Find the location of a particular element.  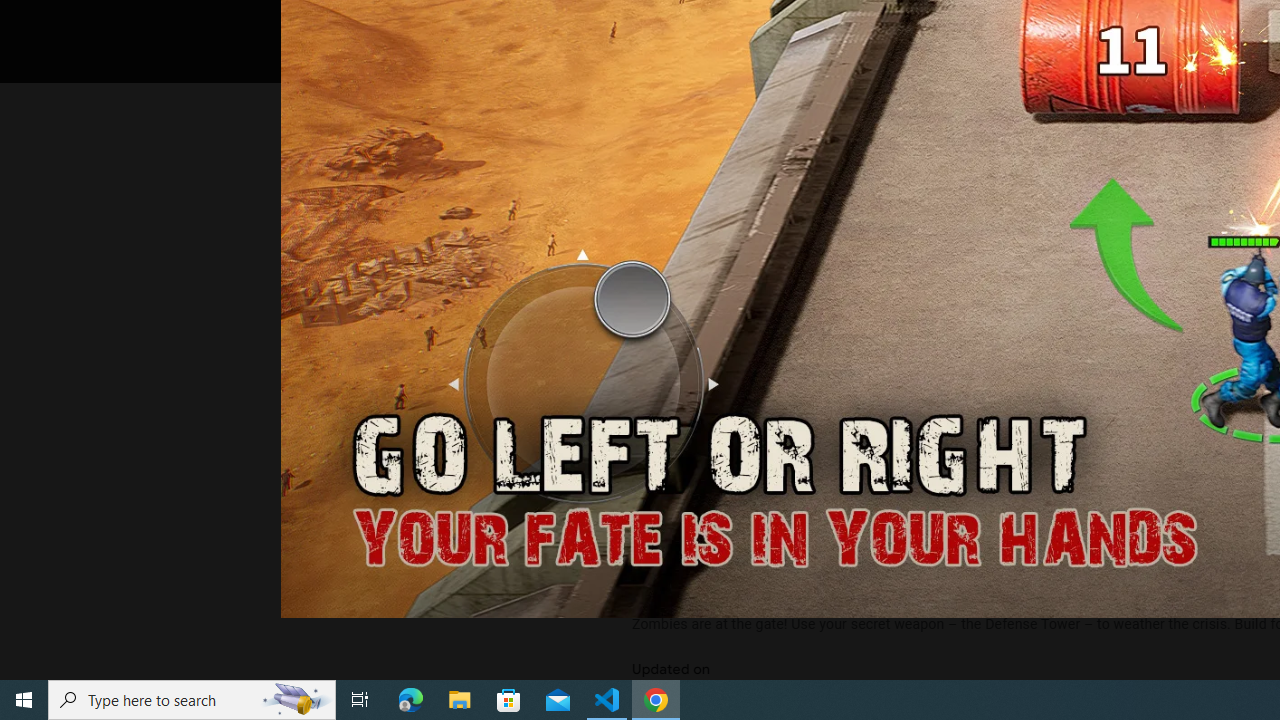

'See more information on About this game' is located at coordinates (830, 478).